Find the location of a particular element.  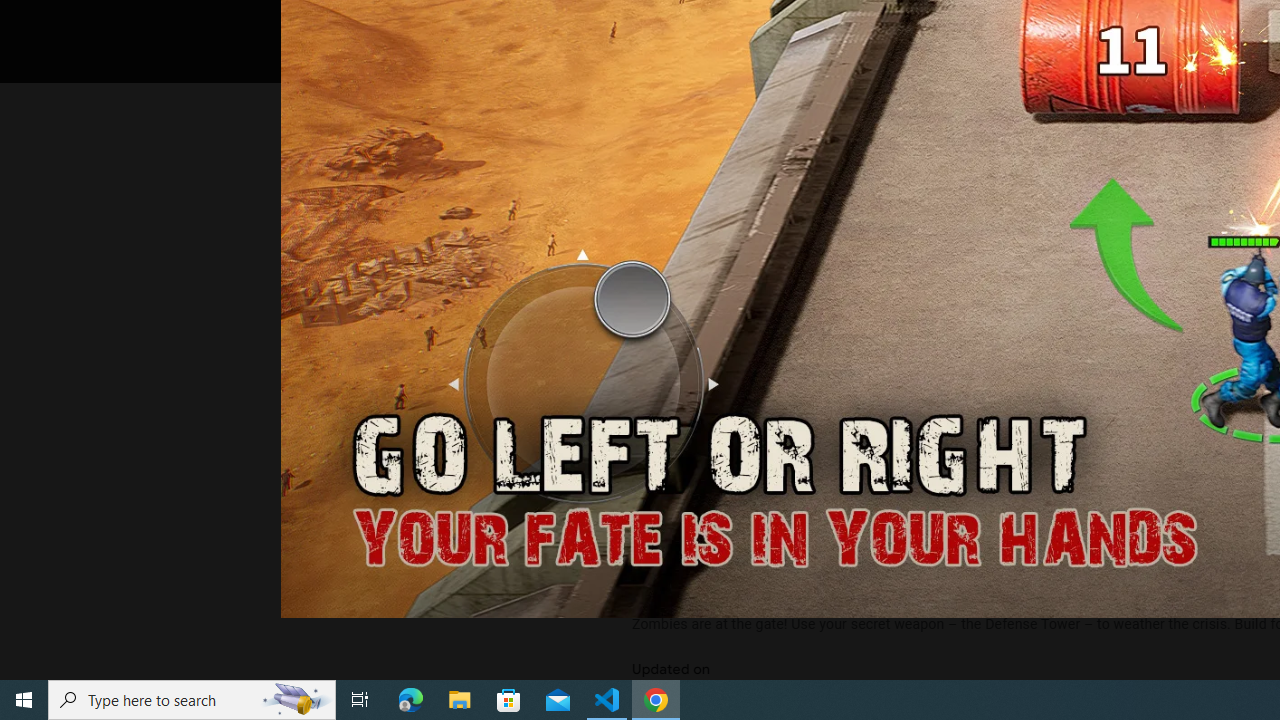

'See more information on About this game' is located at coordinates (830, 478).